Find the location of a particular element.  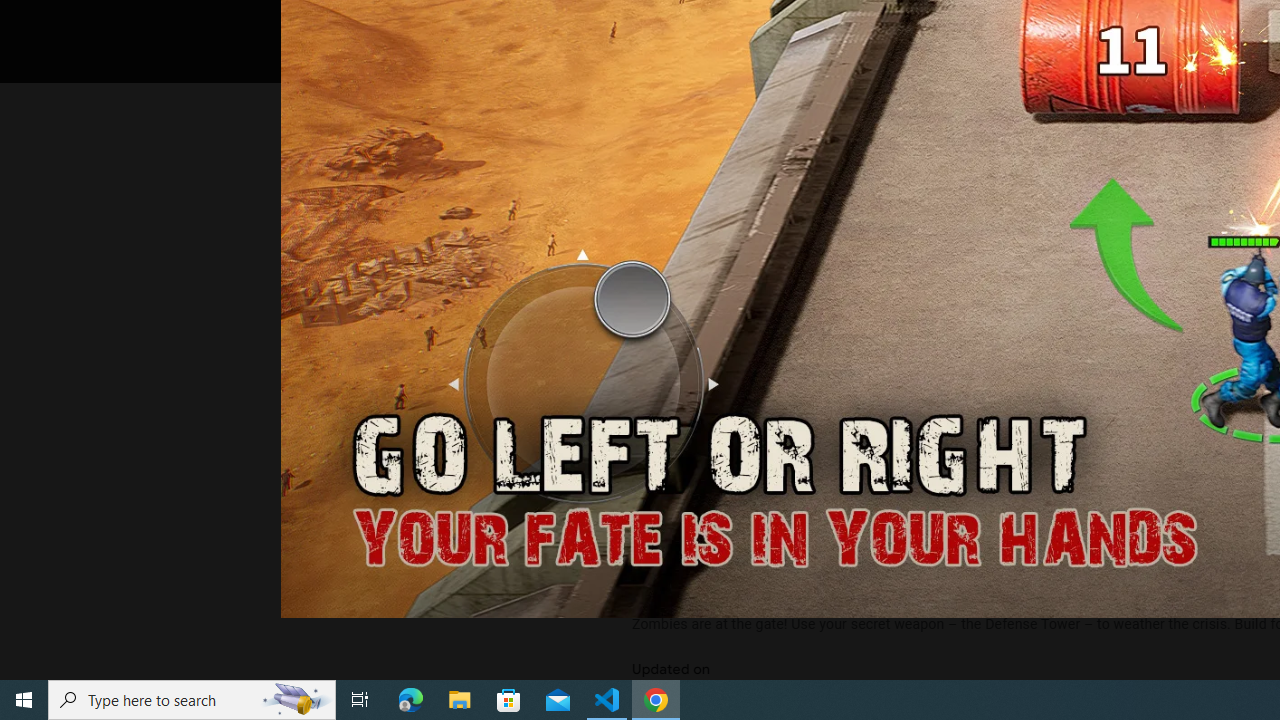

'See more information on About this game' is located at coordinates (830, 478).